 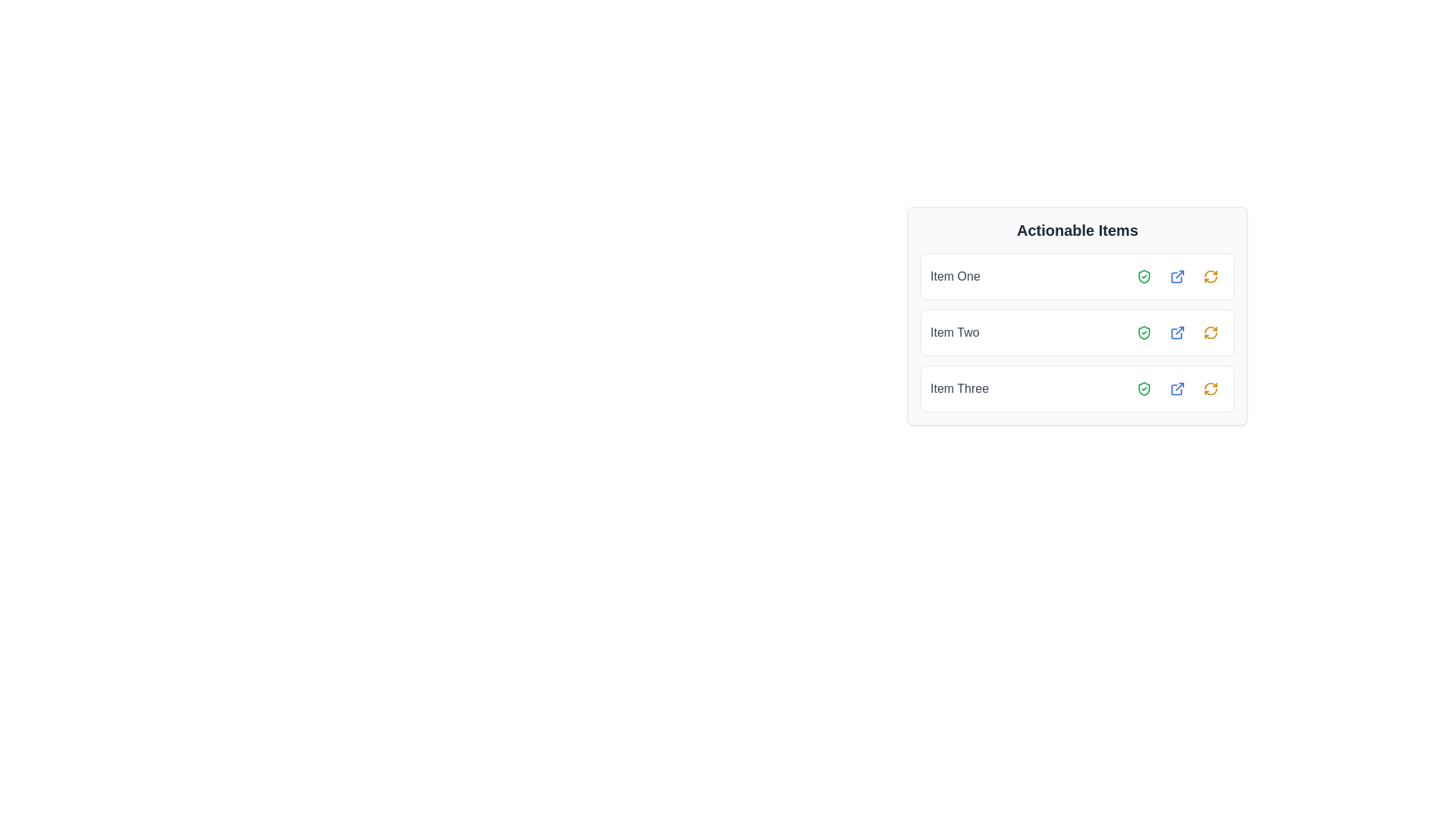 What do you see at coordinates (1210, 332) in the screenshot?
I see `the refresh icon button located at the far right of the second row in the 'Actionable Items' section to refresh or reload the associated item` at bounding box center [1210, 332].